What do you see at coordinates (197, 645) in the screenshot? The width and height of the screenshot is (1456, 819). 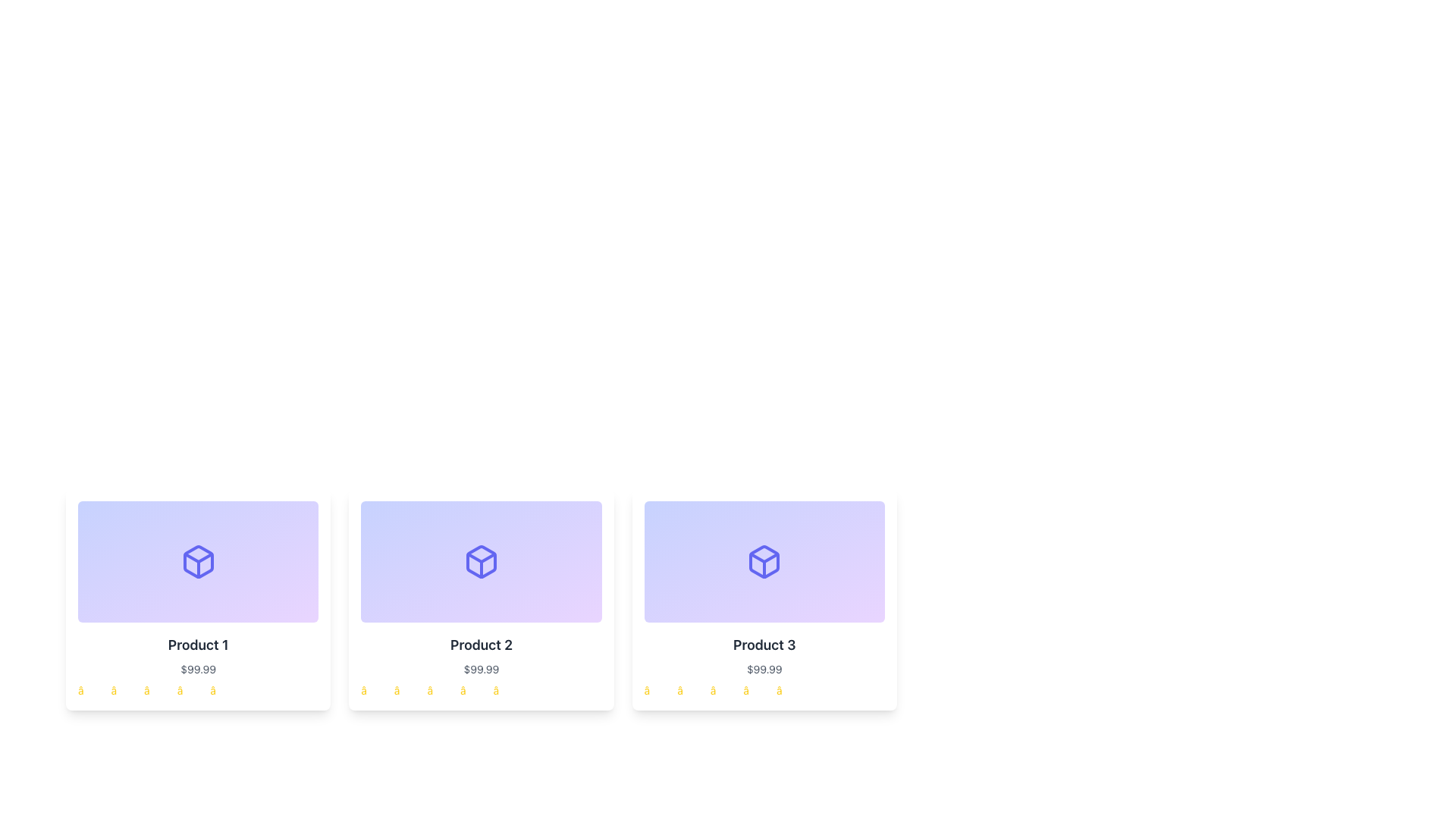 I see `the 'Product 1' text label located below the image in the first card of a three-card layout` at bounding box center [197, 645].